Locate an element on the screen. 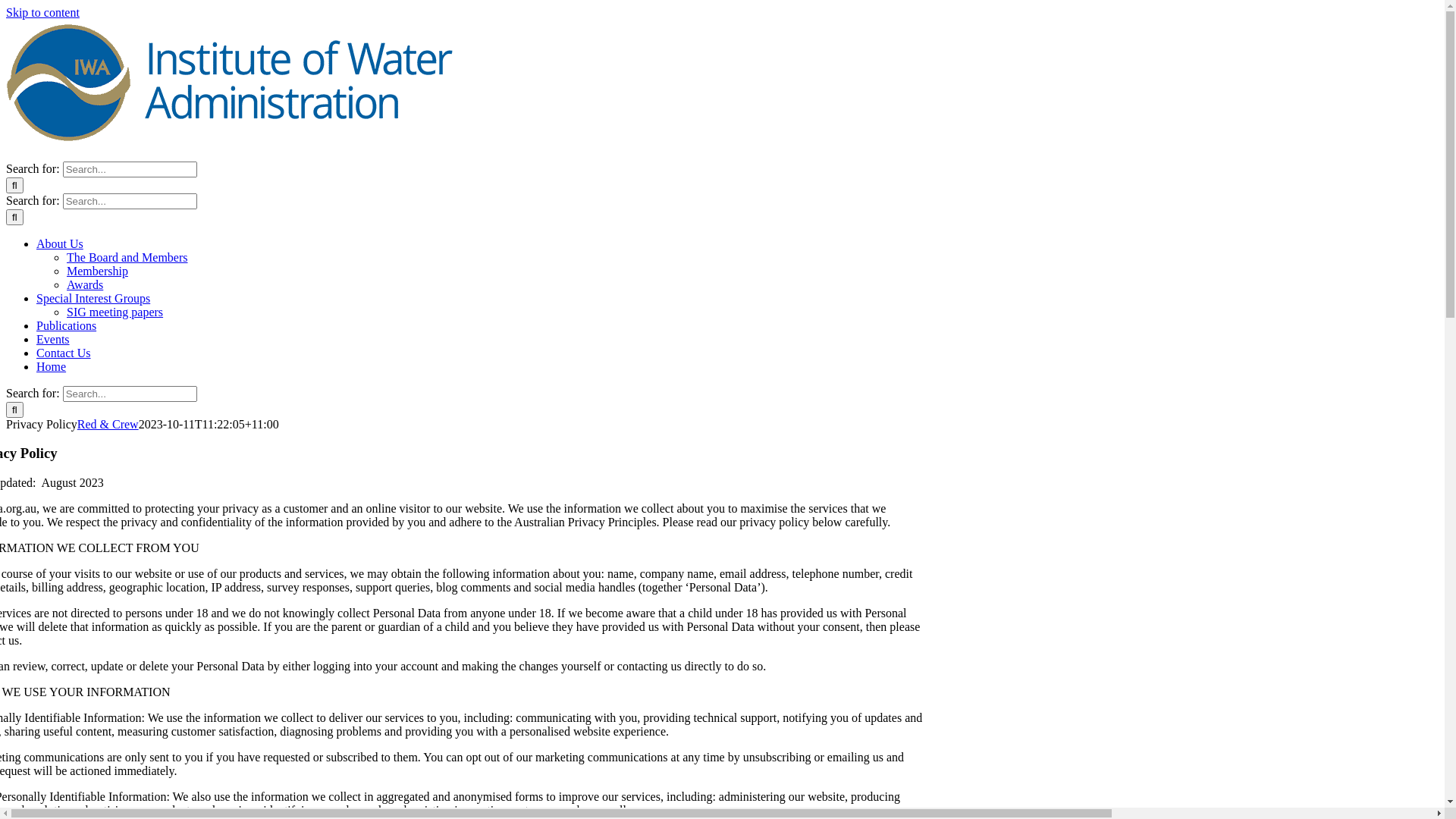 This screenshot has width=1456, height=819. 'The Board and Members' is located at coordinates (127, 256).